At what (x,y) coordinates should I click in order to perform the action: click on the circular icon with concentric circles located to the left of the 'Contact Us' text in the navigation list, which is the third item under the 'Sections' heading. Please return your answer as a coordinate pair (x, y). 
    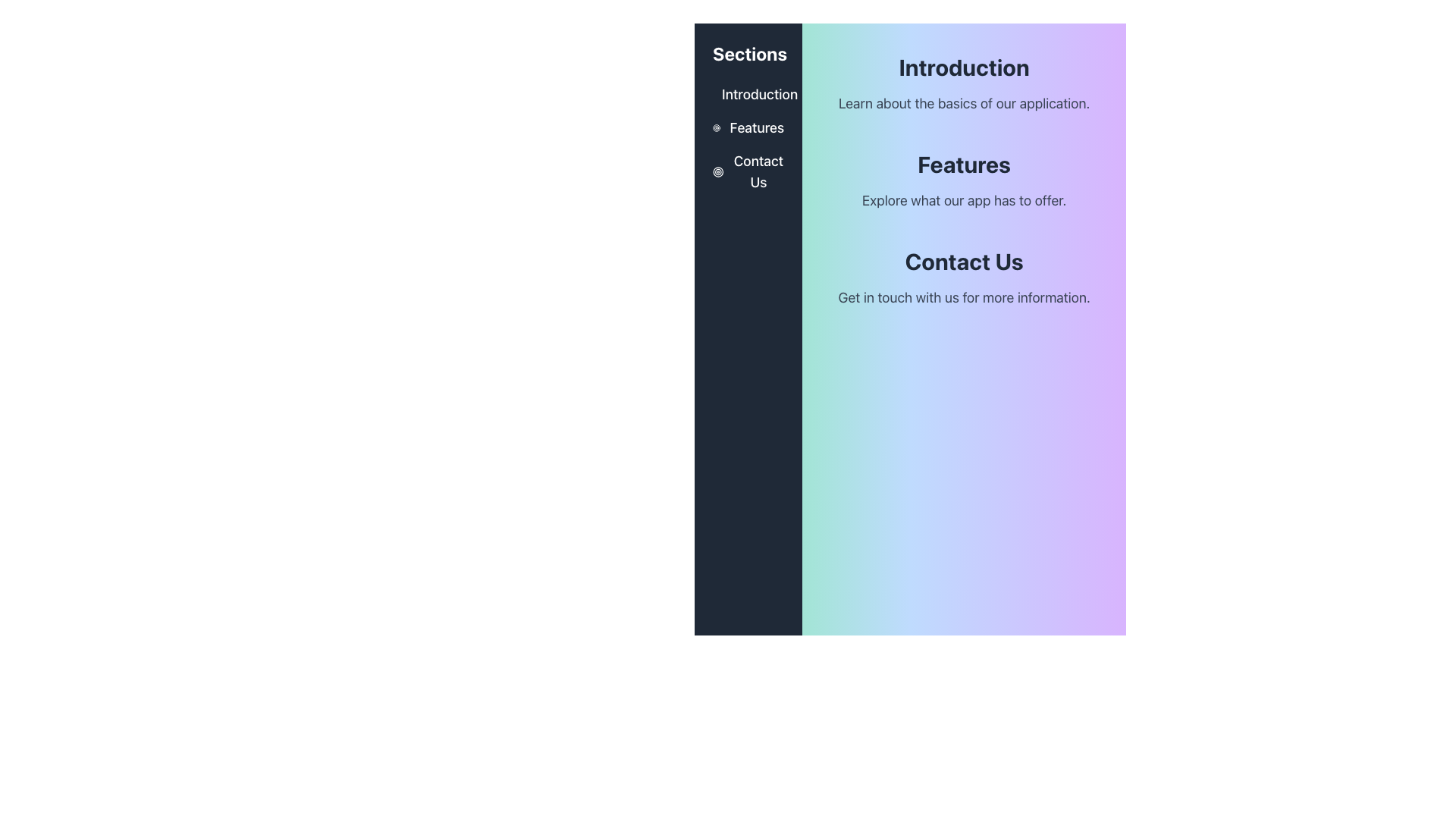
    Looking at the image, I should click on (717, 171).